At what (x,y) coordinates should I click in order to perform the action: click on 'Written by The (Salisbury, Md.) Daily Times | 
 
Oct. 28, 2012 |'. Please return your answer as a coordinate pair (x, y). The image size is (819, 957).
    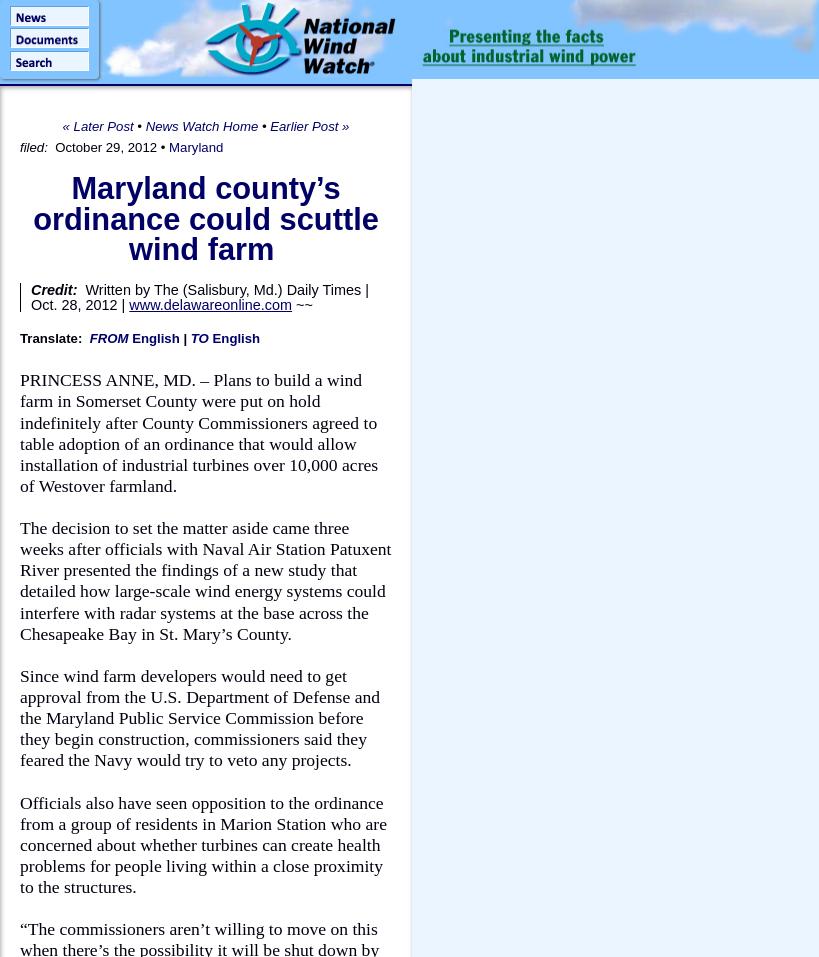
    Looking at the image, I should click on (199, 296).